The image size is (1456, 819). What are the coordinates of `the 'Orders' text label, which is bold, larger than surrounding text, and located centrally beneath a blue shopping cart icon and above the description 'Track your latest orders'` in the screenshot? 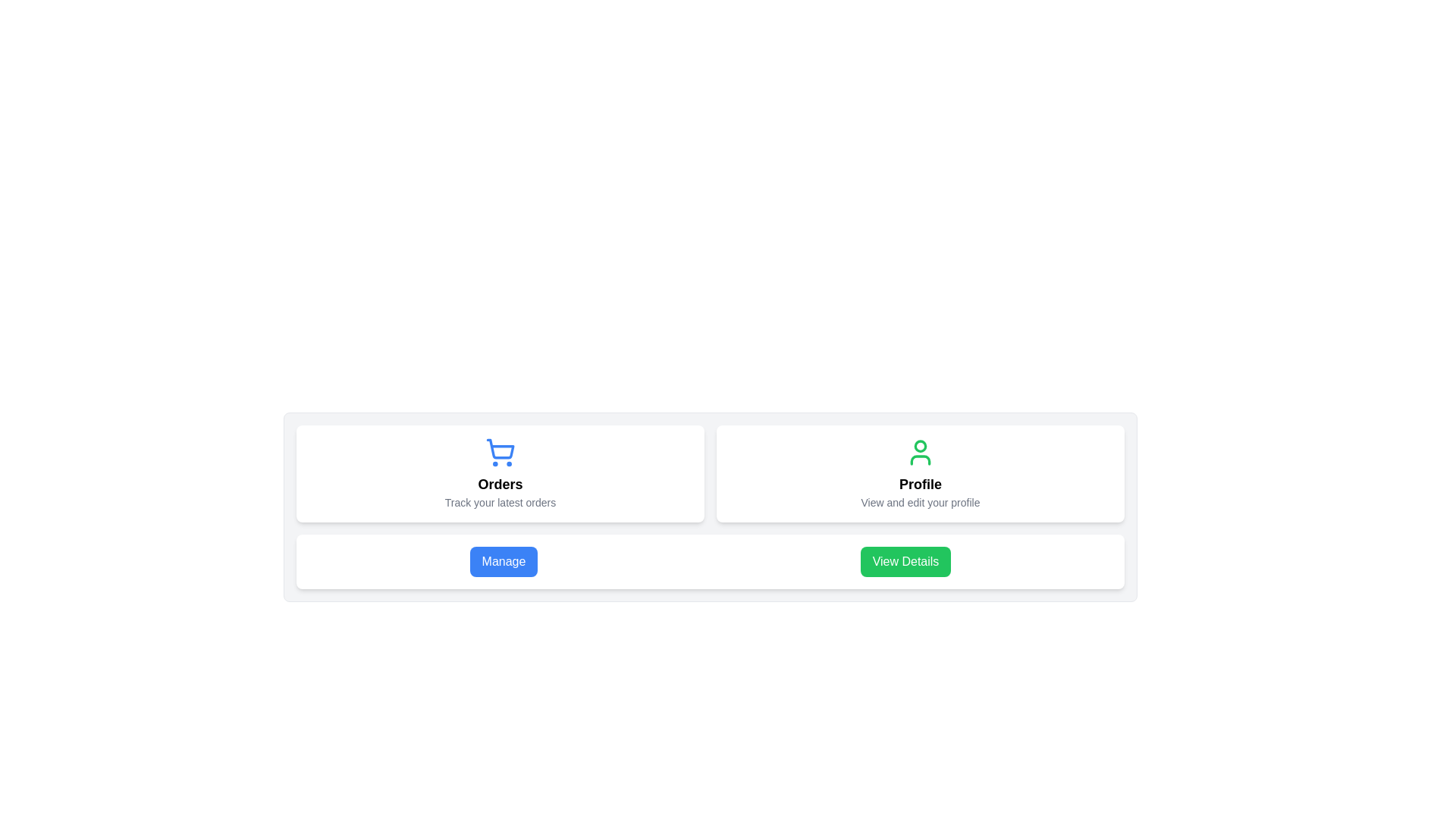 It's located at (500, 485).